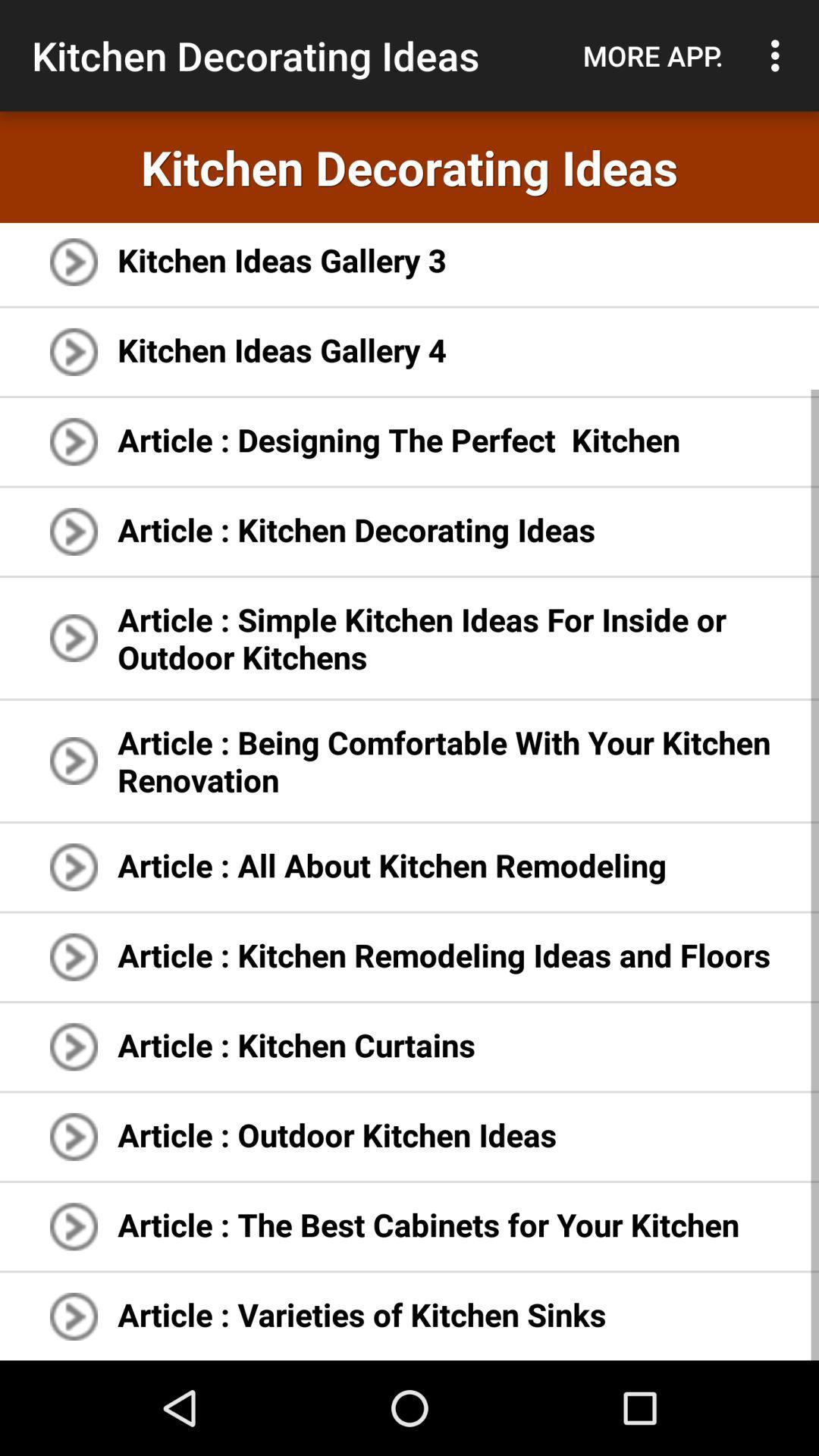 This screenshot has width=819, height=1456. I want to click on app to the right of kitchen decorating ideas icon, so click(652, 55).